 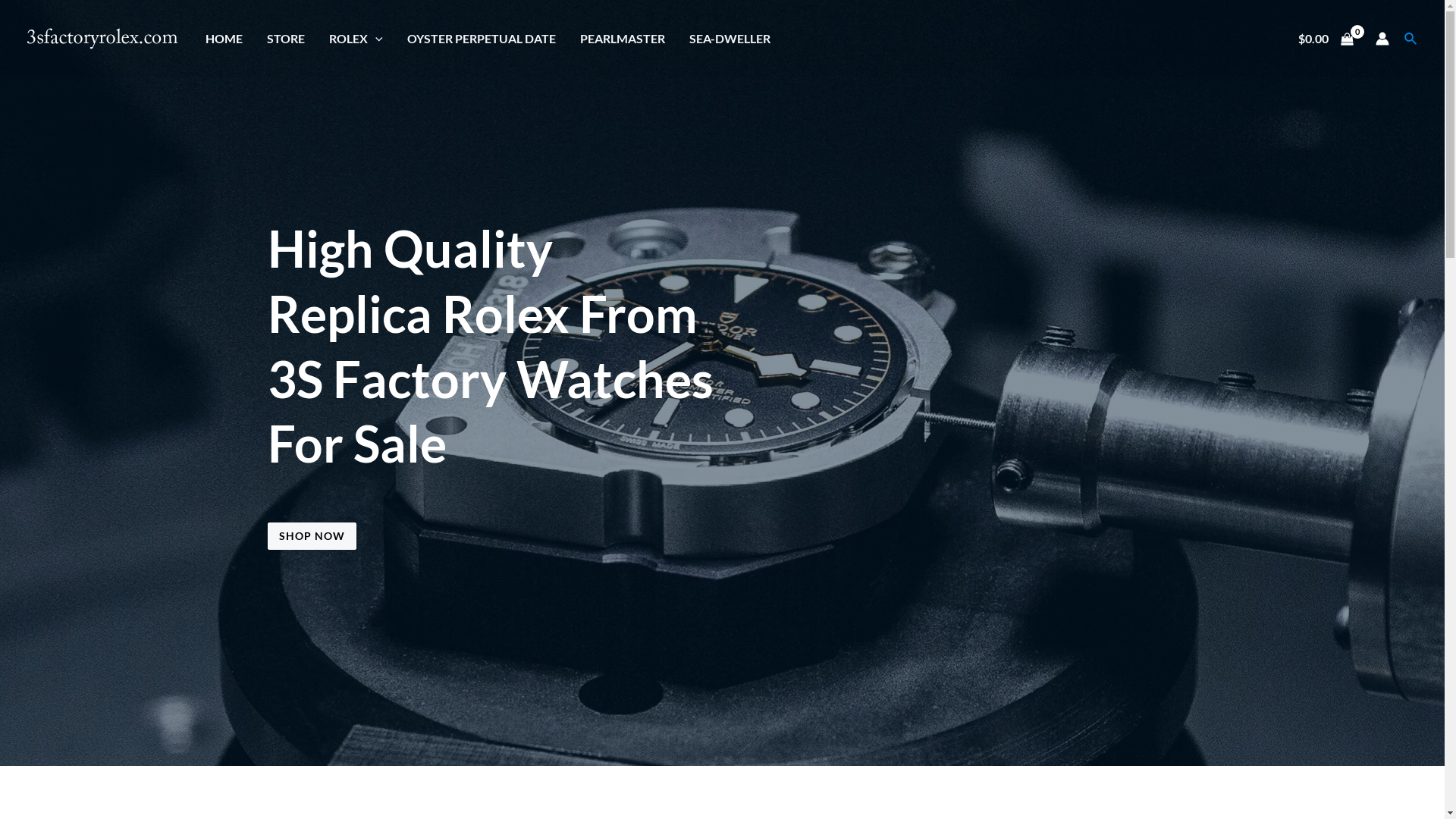 I want to click on 'PEARLMASTER', so click(x=622, y=37).